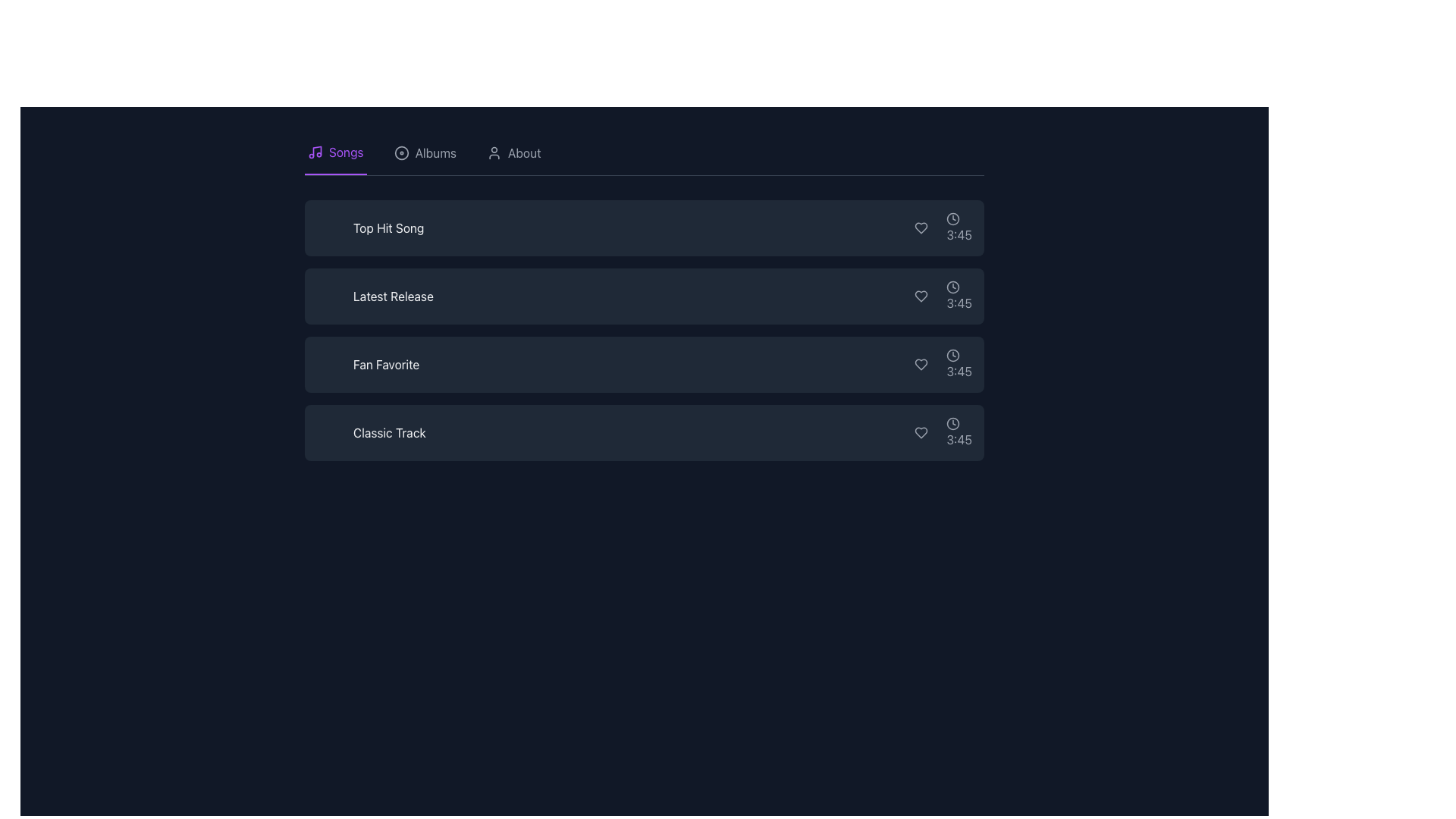 This screenshot has height=819, width=1456. I want to click on the text label displaying 'Latest Release', so click(393, 296).